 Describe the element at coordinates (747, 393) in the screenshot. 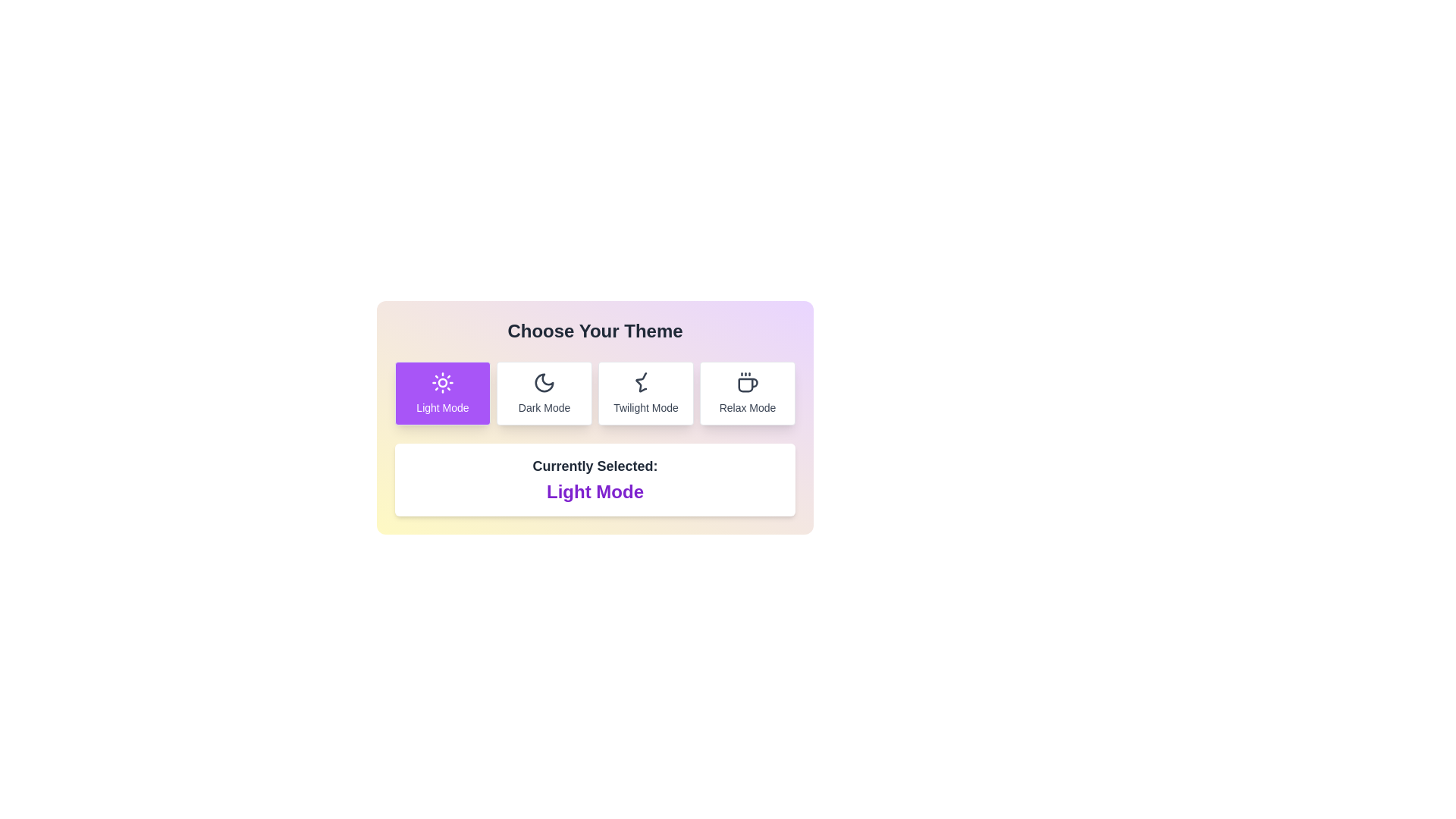

I see `the theme Relax Mode by clicking on the corresponding button` at that location.